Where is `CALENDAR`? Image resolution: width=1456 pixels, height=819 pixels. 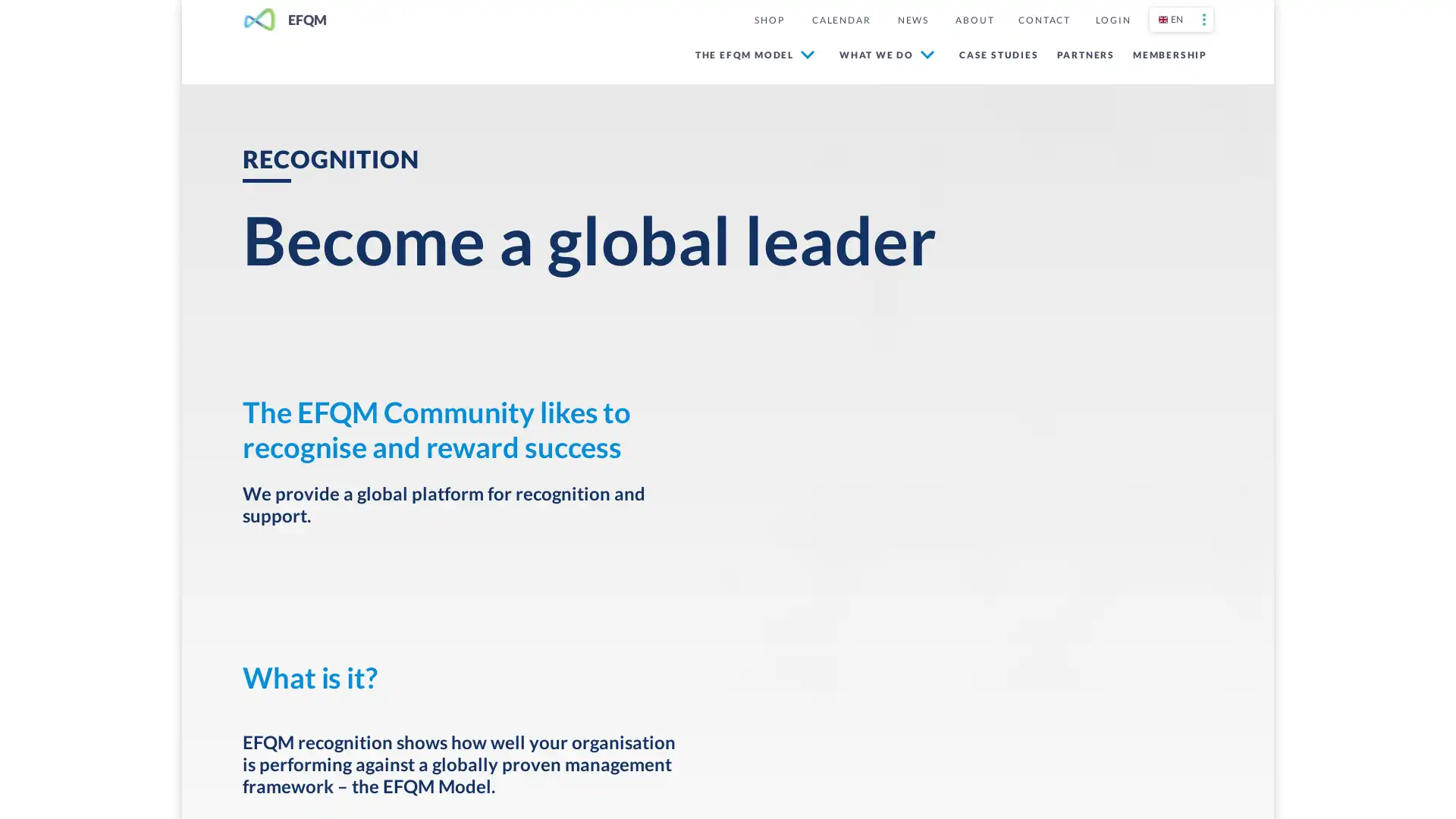
CALENDAR is located at coordinates (839, 20).